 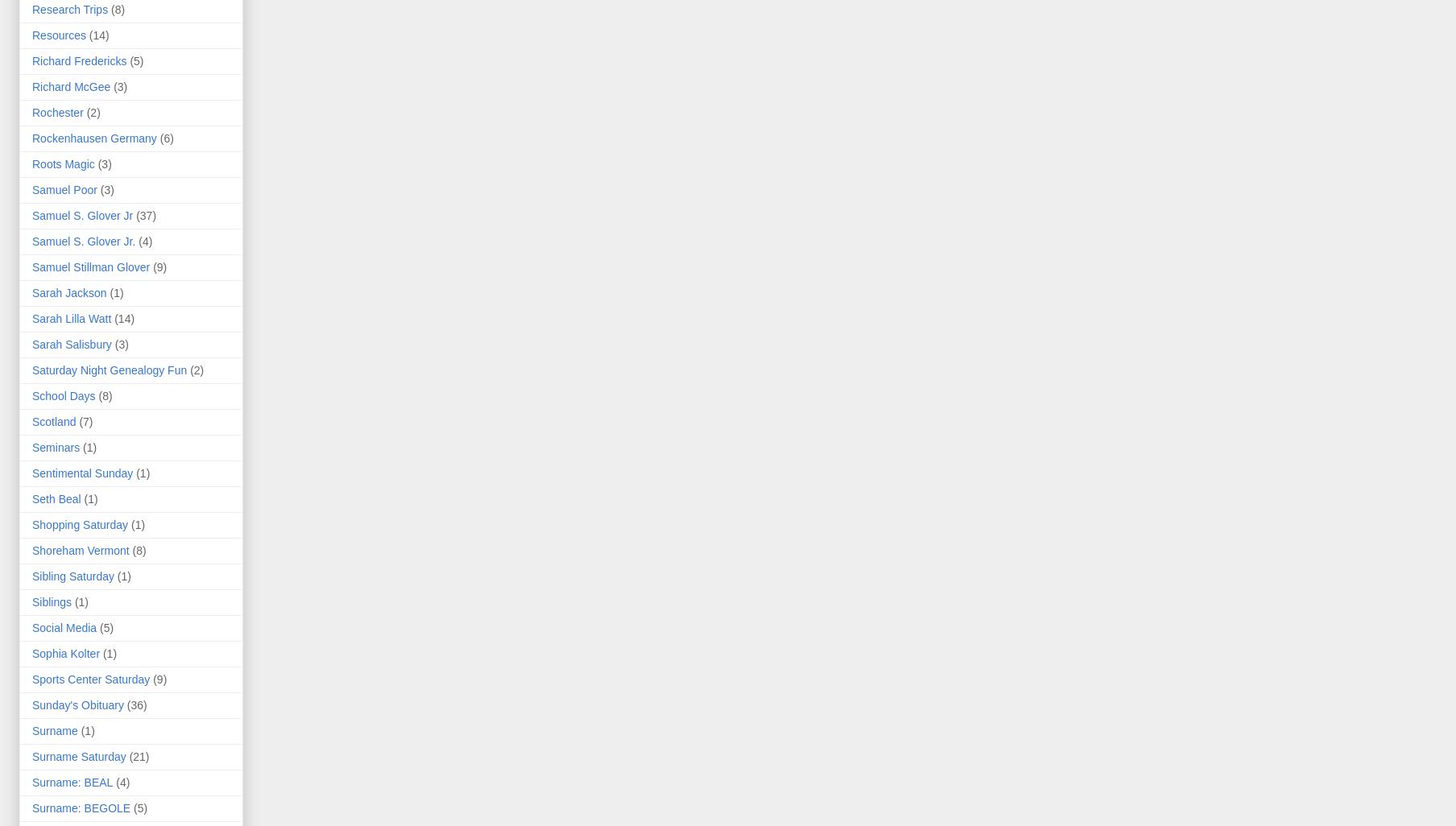 I want to click on 'Sibling Saturday', so click(x=72, y=576).